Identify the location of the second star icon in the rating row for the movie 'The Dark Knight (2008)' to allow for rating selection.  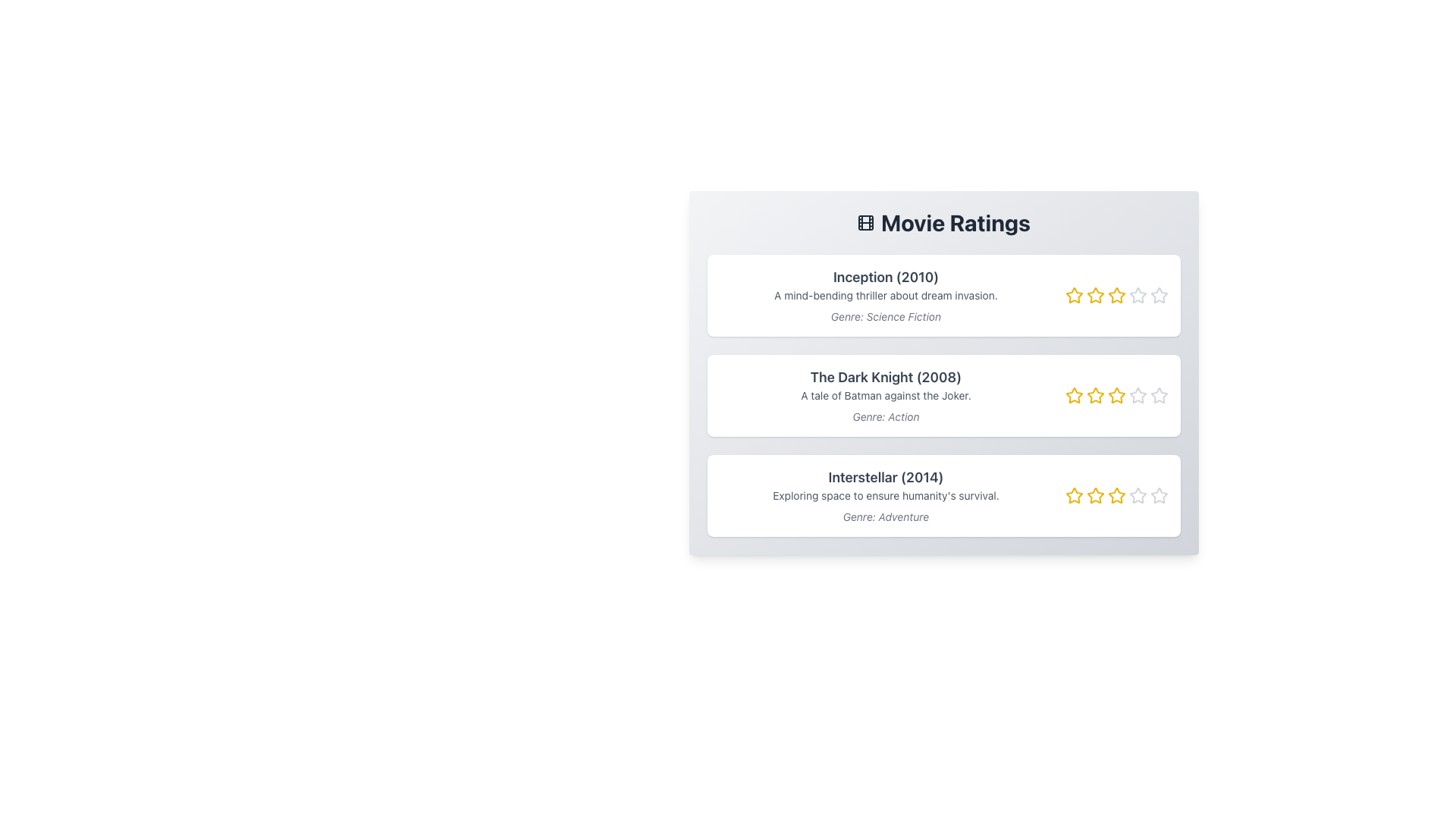
(1073, 394).